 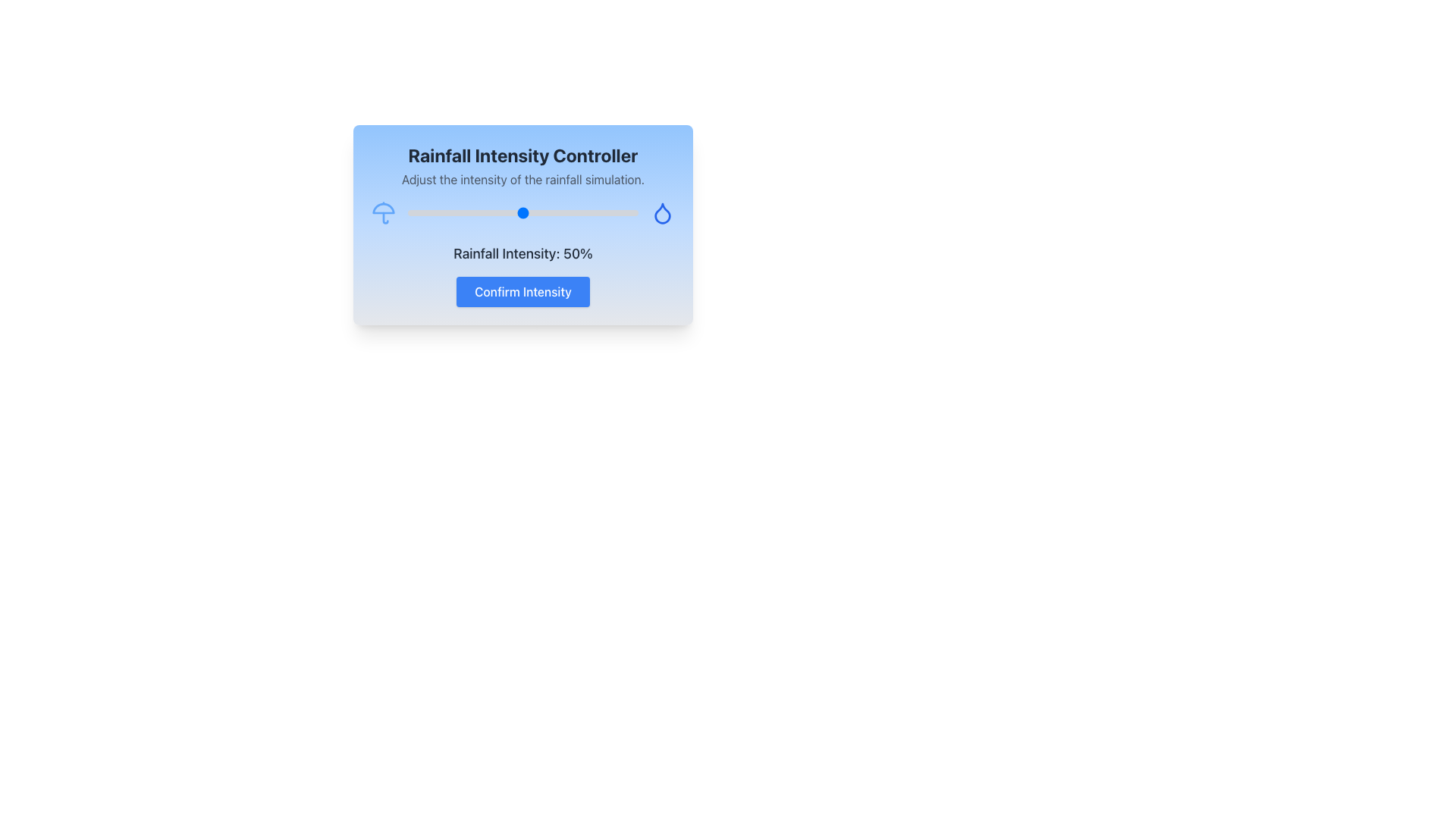 I want to click on the rainfall intensity, so click(x=481, y=213).